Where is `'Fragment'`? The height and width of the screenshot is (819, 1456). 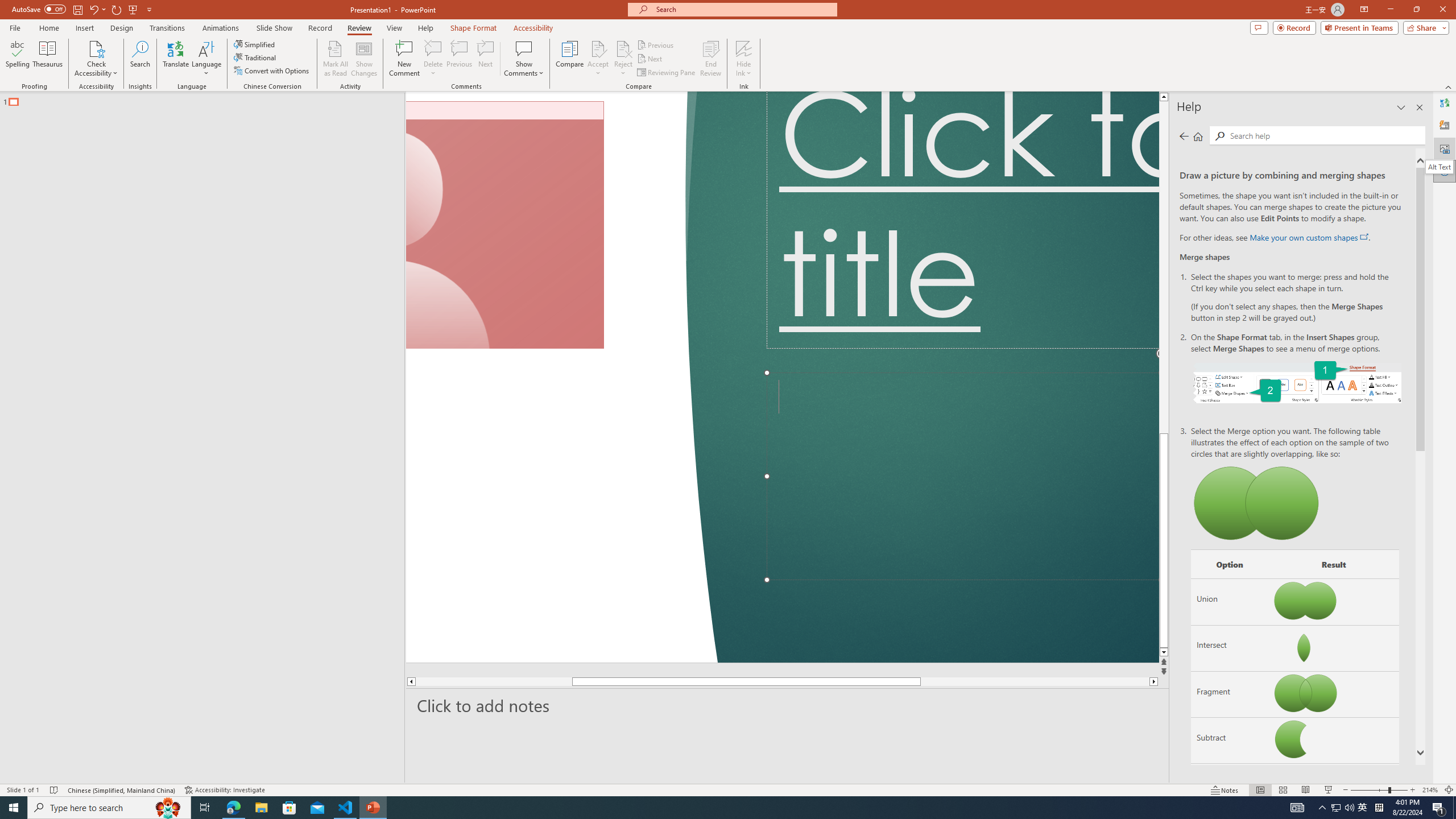 'Fragment' is located at coordinates (1228, 693).